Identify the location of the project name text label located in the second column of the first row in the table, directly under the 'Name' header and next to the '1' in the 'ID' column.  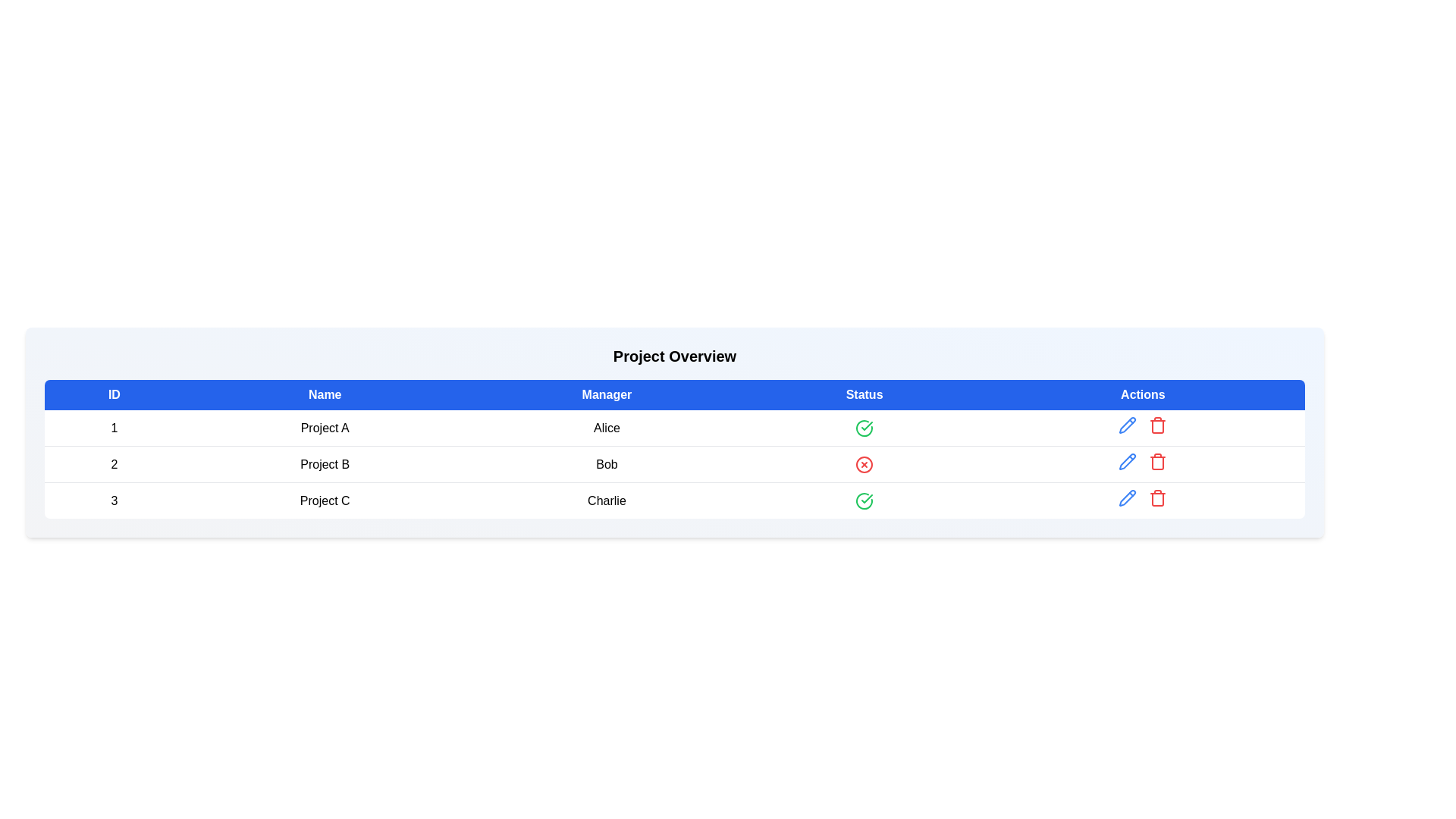
(324, 428).